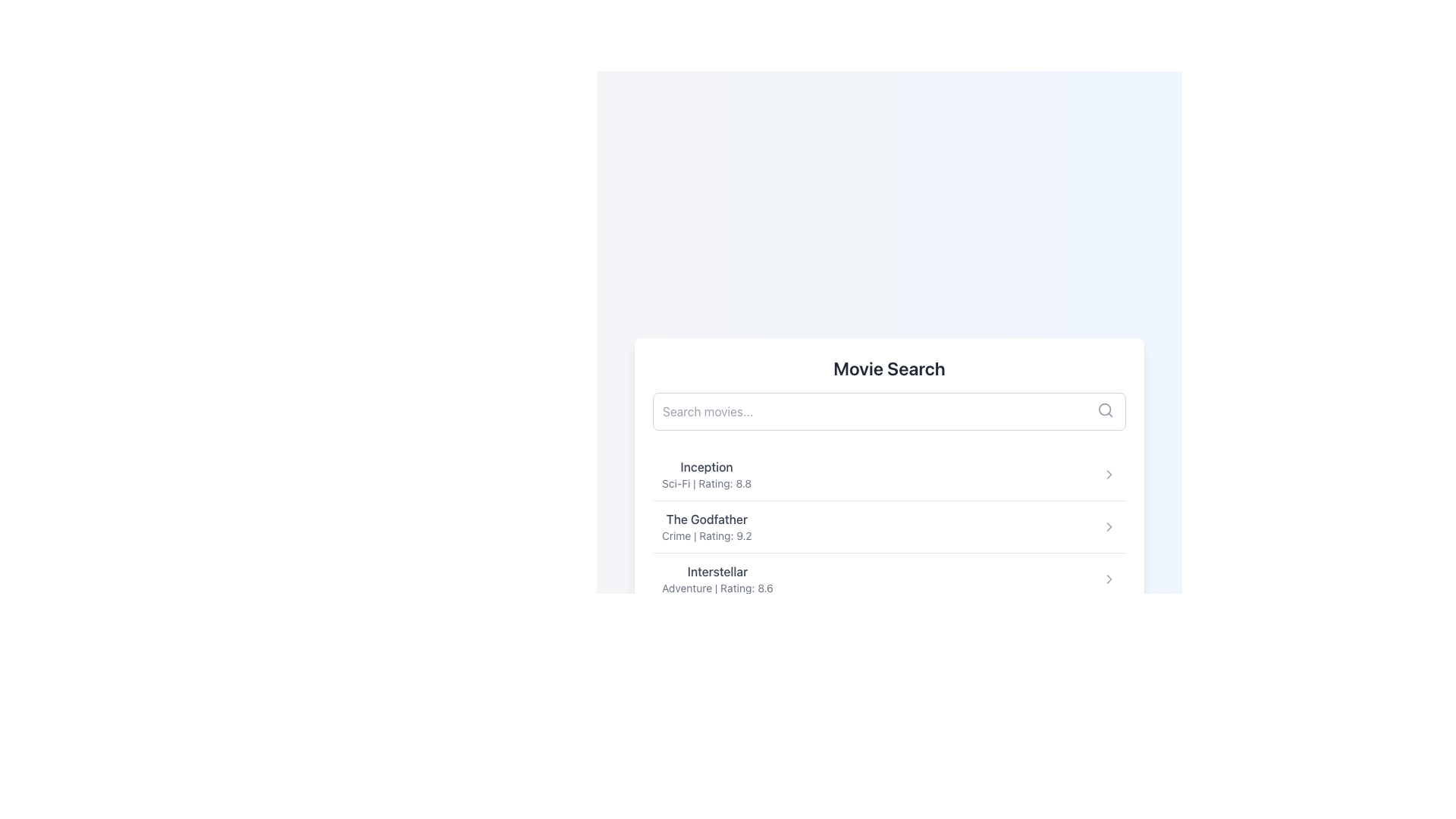 The image size is (1456, 819). Describe the element at coordinates (1106, 409) in the screenshot. I see `the search icon located at the top-right corner of the input field labeled 'Search movies...' to initiate a search` at that location.